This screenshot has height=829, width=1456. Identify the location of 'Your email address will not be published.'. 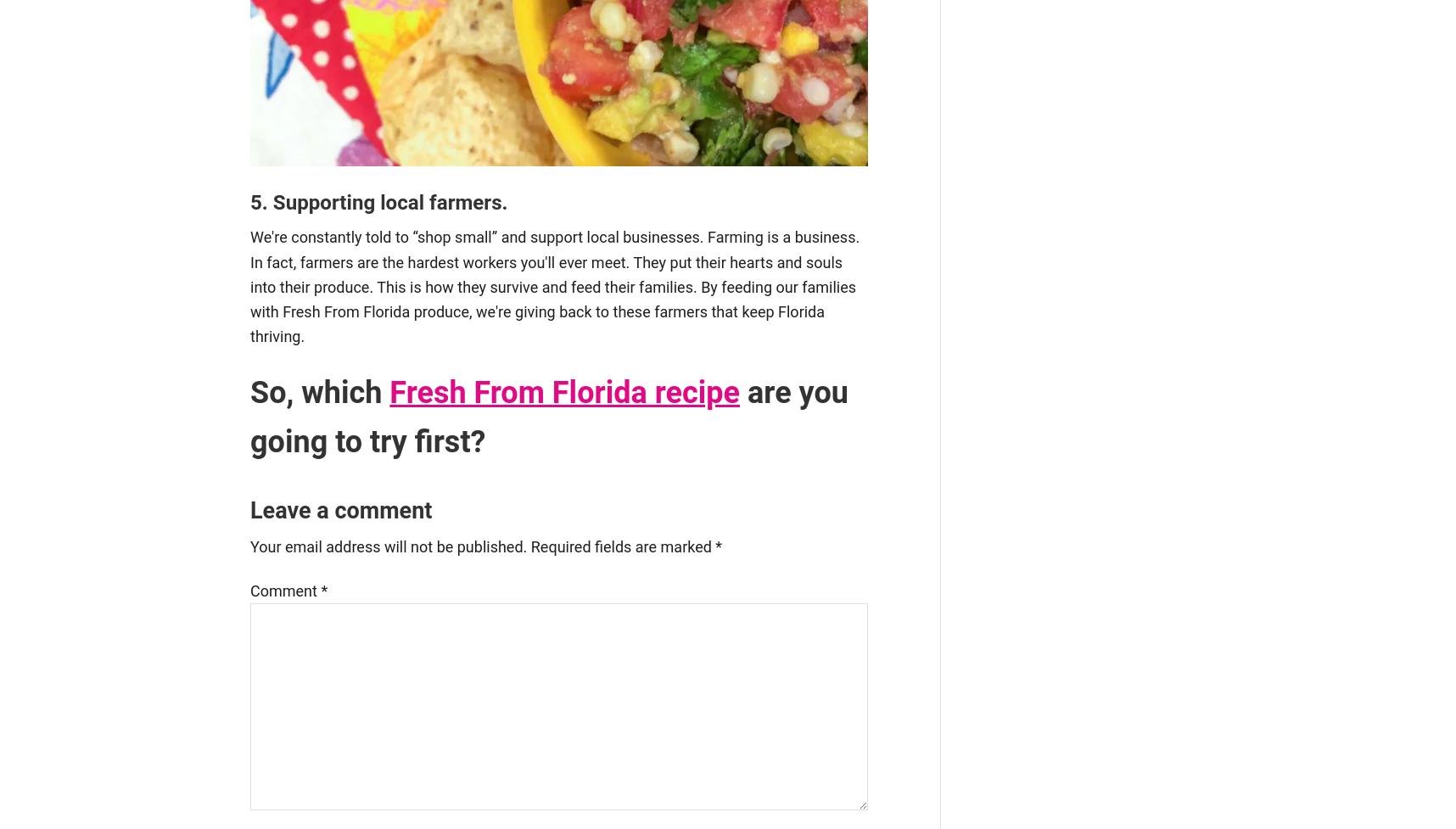
(388, 546).